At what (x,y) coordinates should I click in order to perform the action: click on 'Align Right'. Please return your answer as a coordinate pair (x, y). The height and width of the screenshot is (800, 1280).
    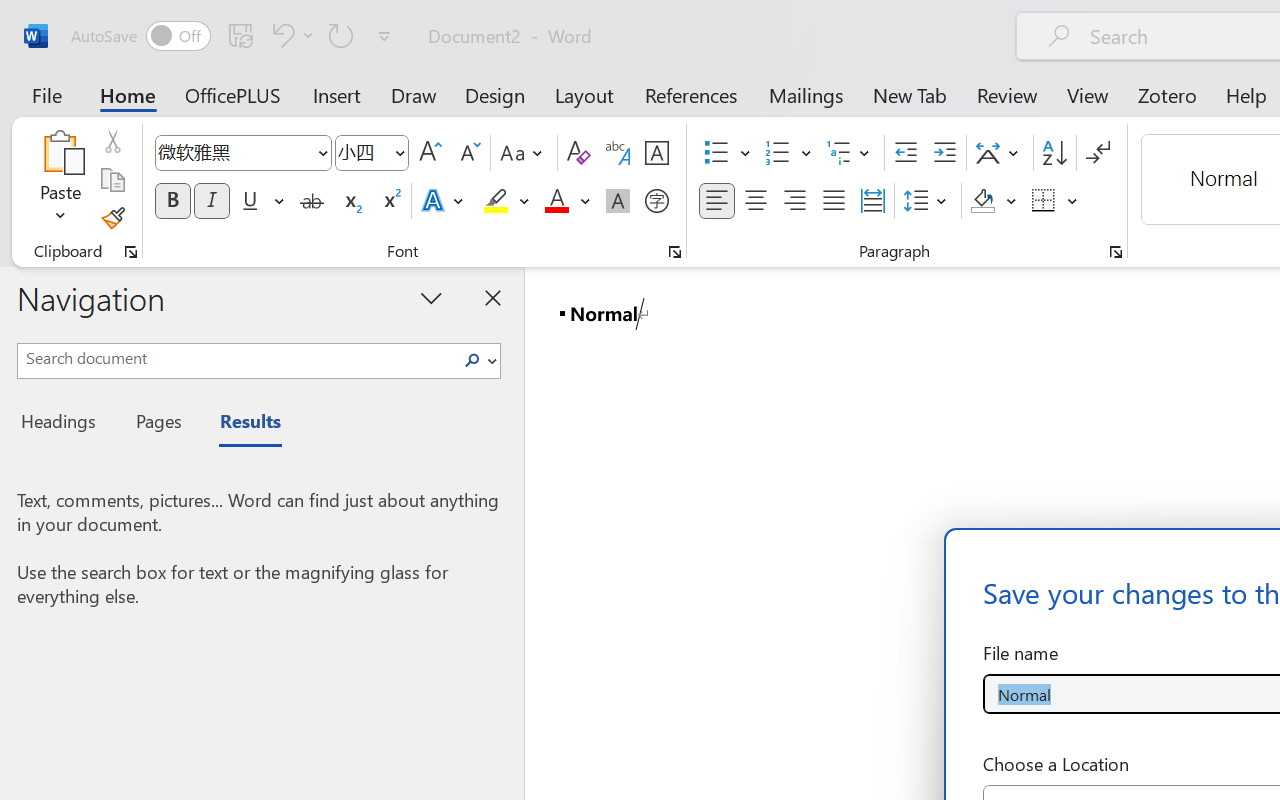
    Looking at the image, I should click on (793, 201).